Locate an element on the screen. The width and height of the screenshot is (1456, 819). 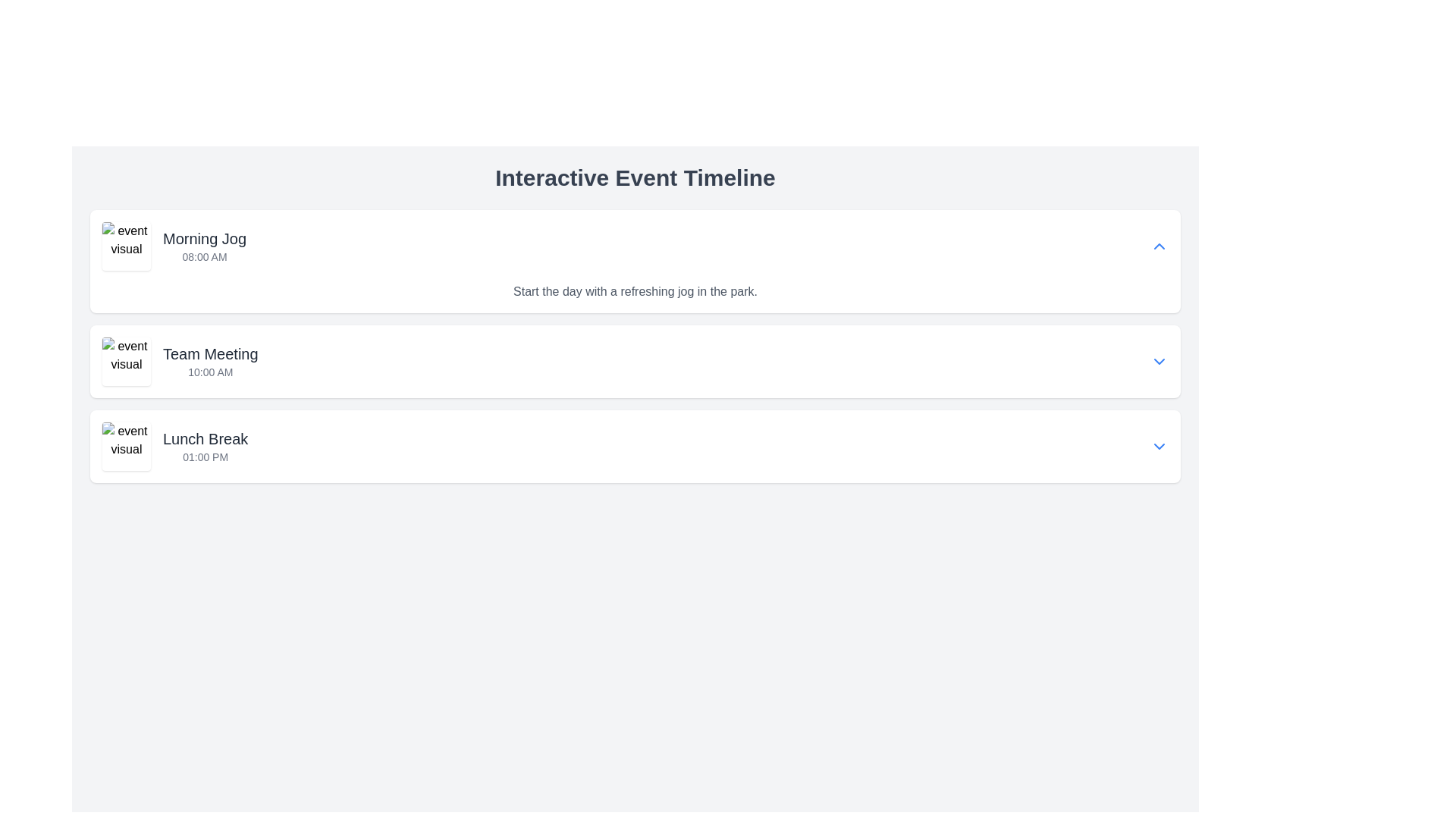
the second list item in the timeline that represents an event, which includes a title and time, to provide additional visual feedback is located at coordinates (635, 362).